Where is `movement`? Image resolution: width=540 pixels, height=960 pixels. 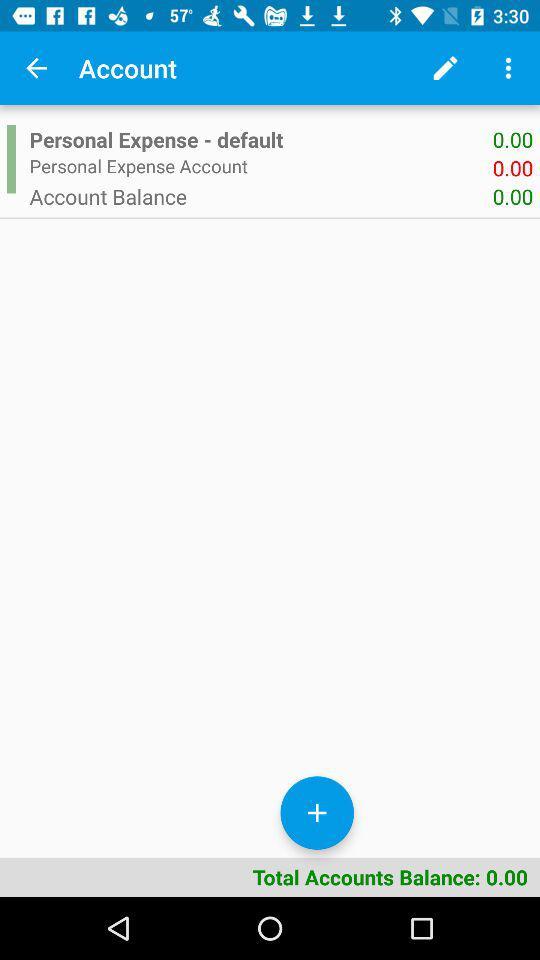 movement is located at coordinates (317, 813).